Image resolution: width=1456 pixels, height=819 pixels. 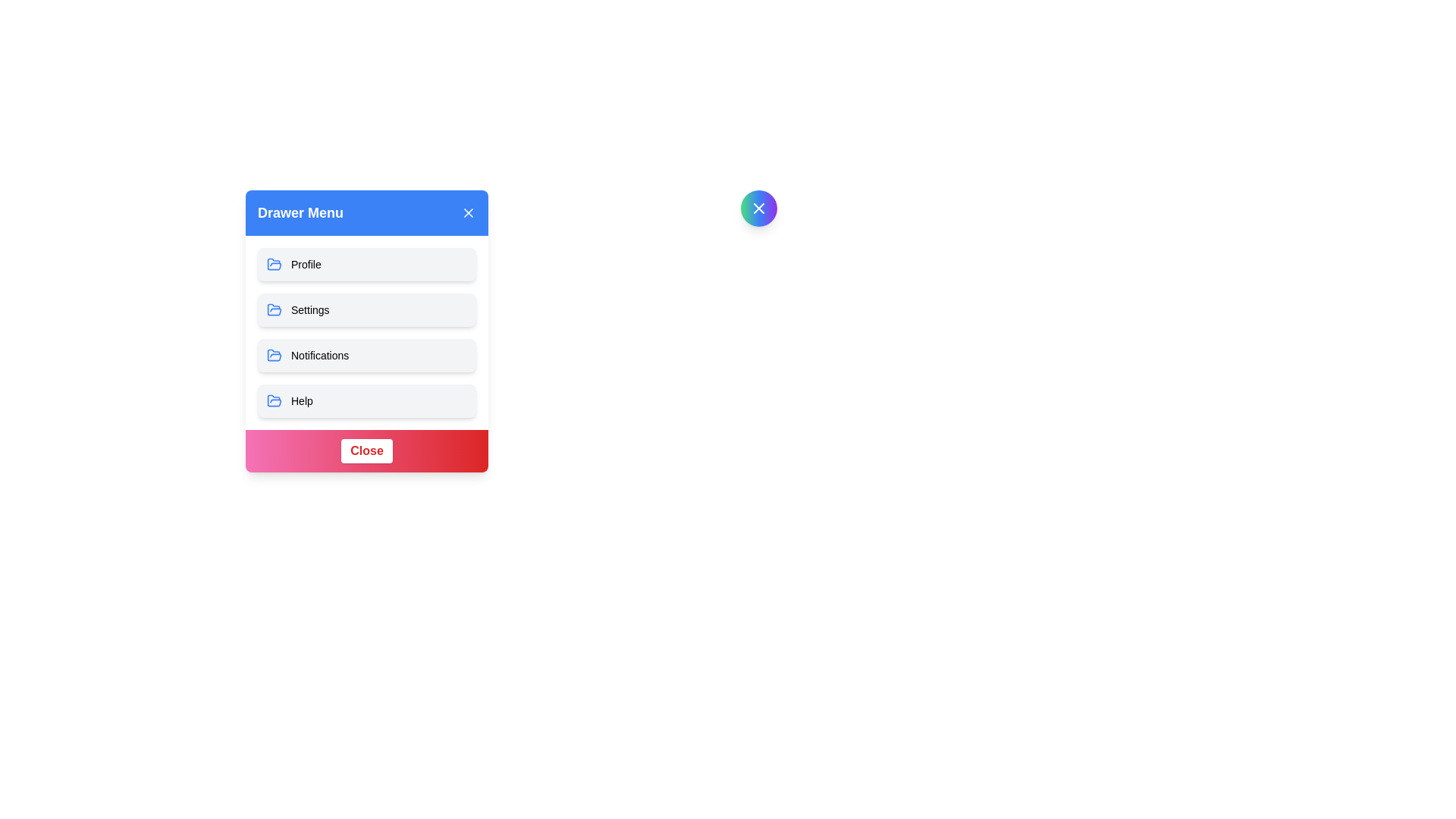 What do you see at coordinates (367, 400) in the screenshot?
I see `the help button located in the vertically-aligned drawer menu, positioned below the 'Notifications' menu item and above the 'Close' button` at bounding box center [367, 400].